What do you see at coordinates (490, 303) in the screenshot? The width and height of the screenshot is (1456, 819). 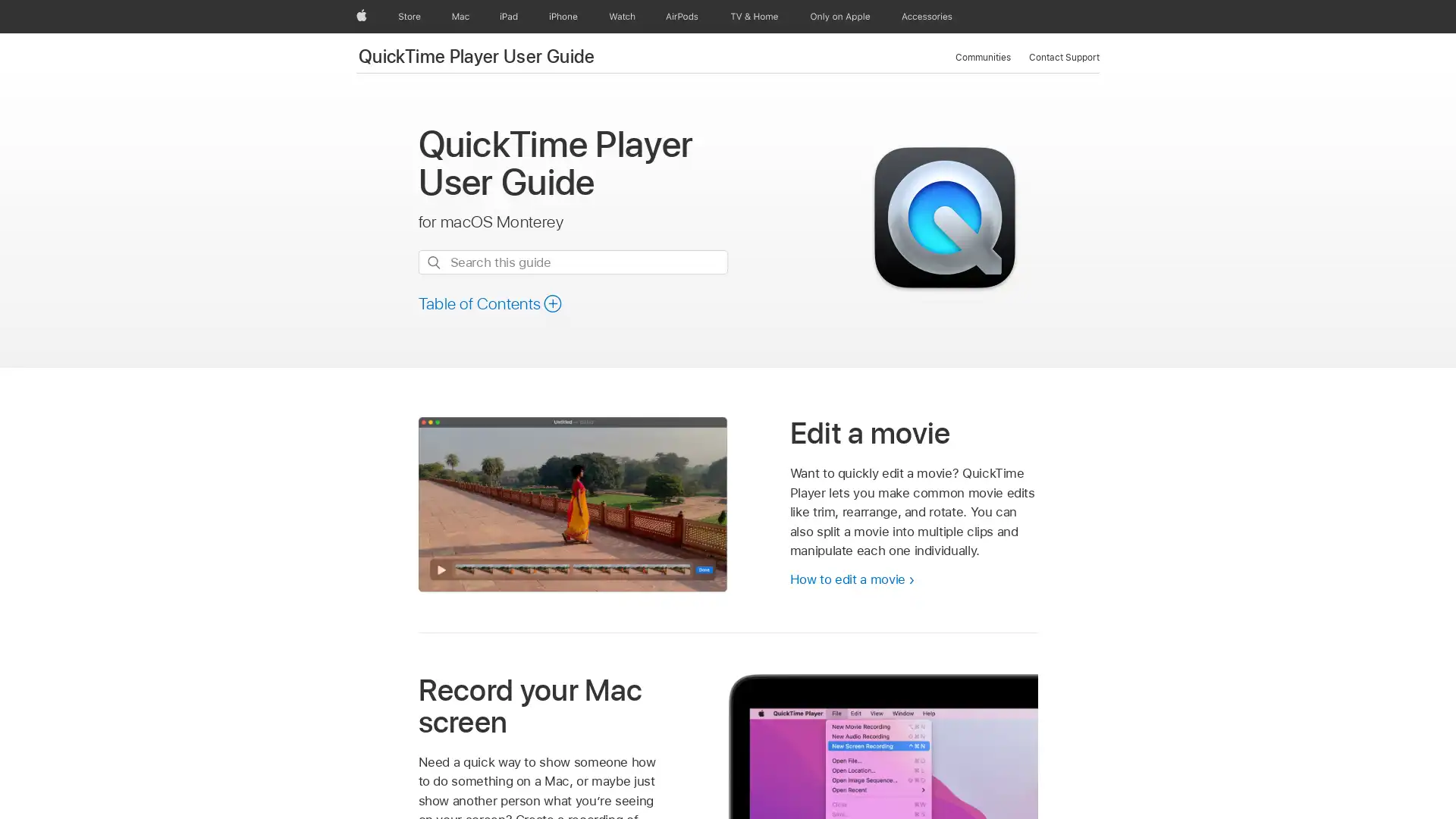 I see `Table of Contents` at bounding box center [490, 303].